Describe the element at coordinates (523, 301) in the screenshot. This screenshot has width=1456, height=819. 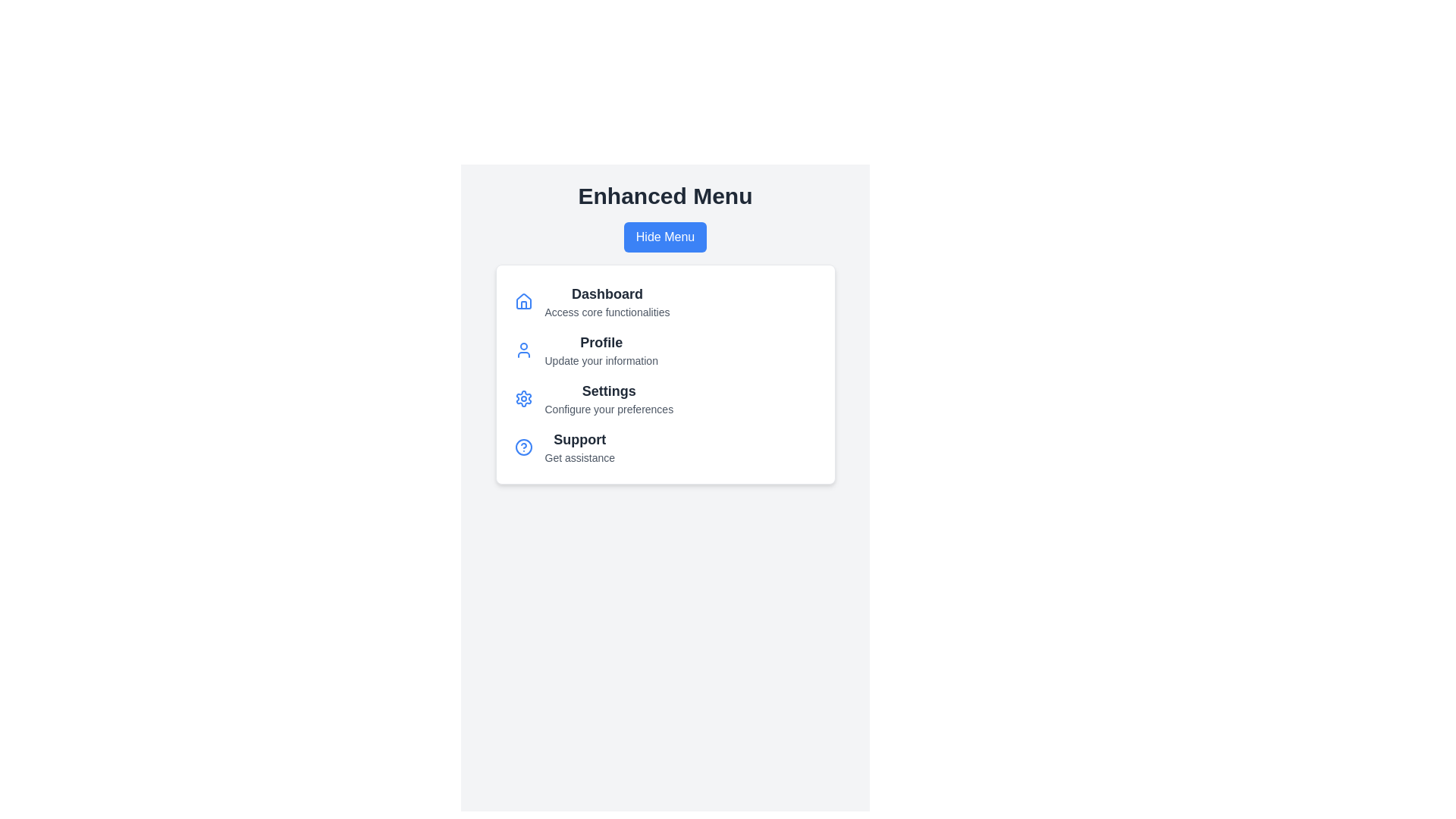
I see `the icon of the menu item labeled Dashboard` at that location.